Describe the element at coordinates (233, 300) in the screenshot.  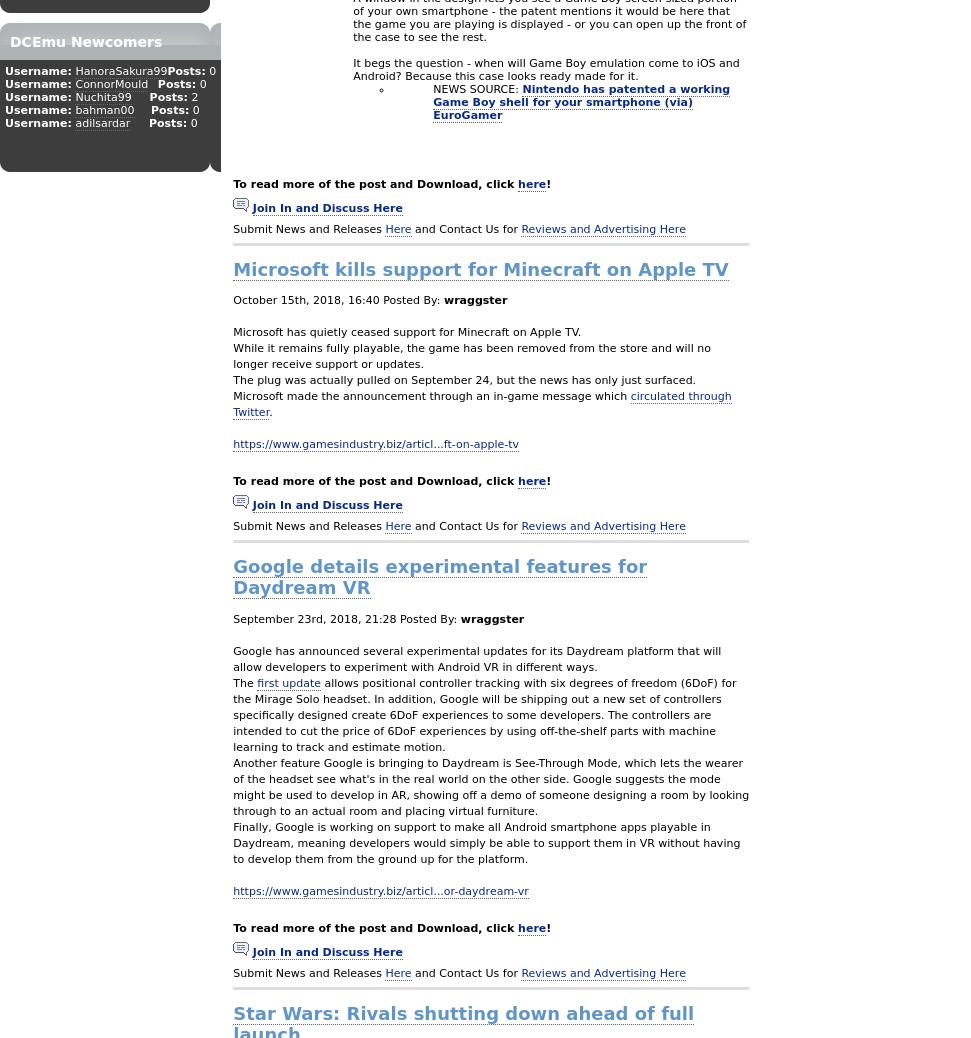
I see `'October 15th, 2018, 16:40'` at that location.